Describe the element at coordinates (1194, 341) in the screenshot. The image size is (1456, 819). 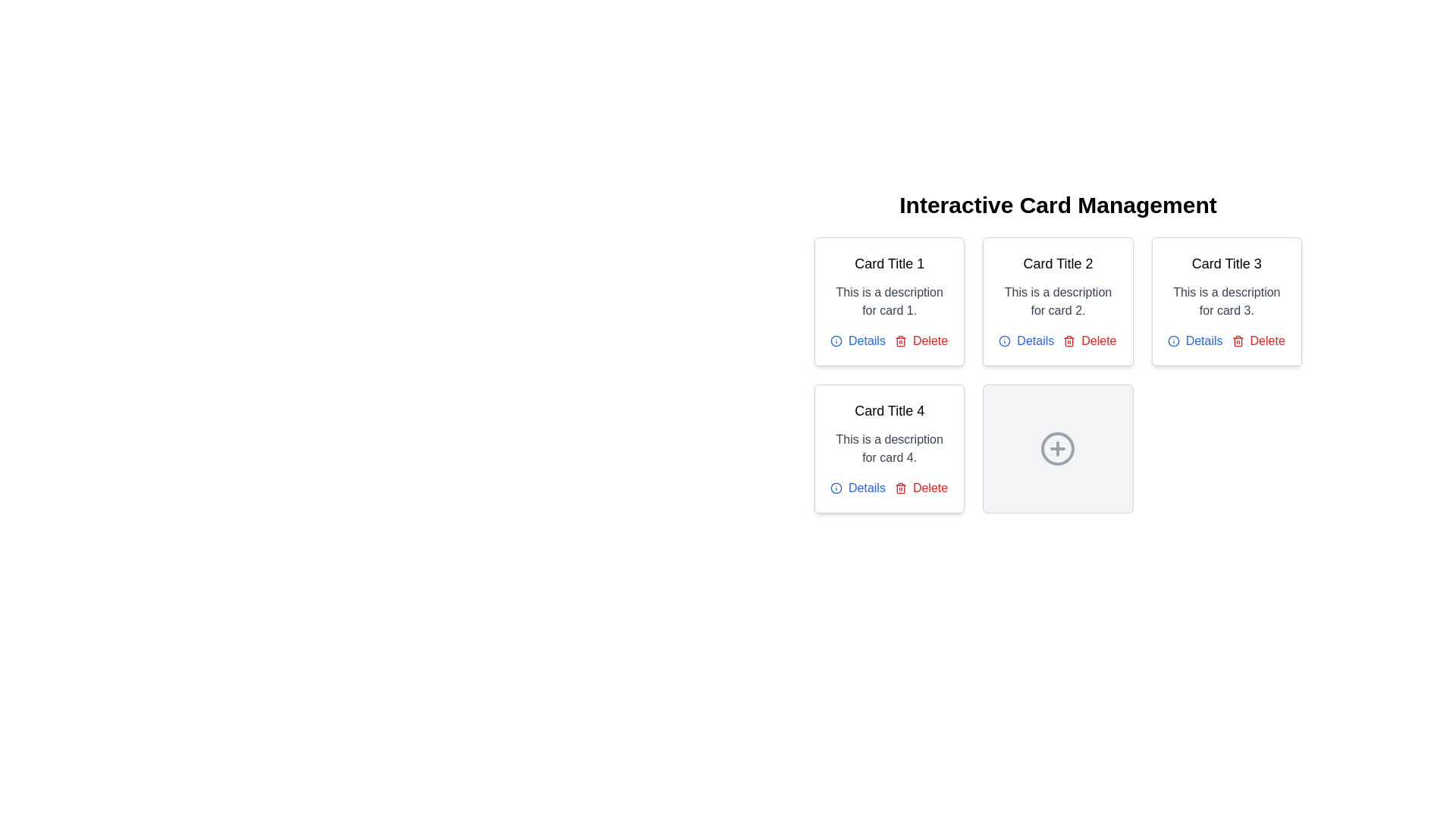
I see `the 'Details' interactive link` at that location.